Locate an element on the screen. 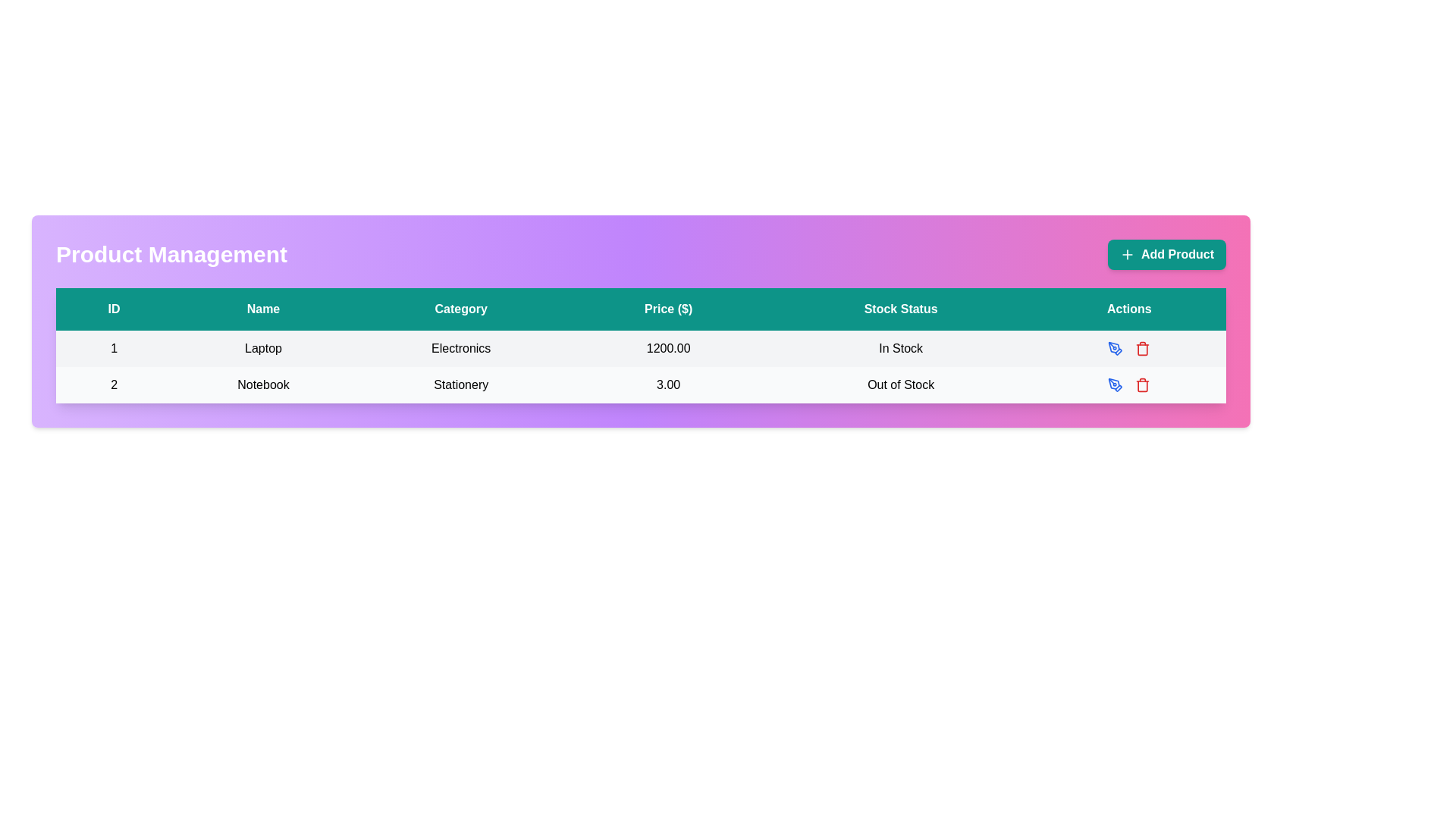  the button on the right-hand side of the 'Product Management' title is located at coordinates (1166, 253).